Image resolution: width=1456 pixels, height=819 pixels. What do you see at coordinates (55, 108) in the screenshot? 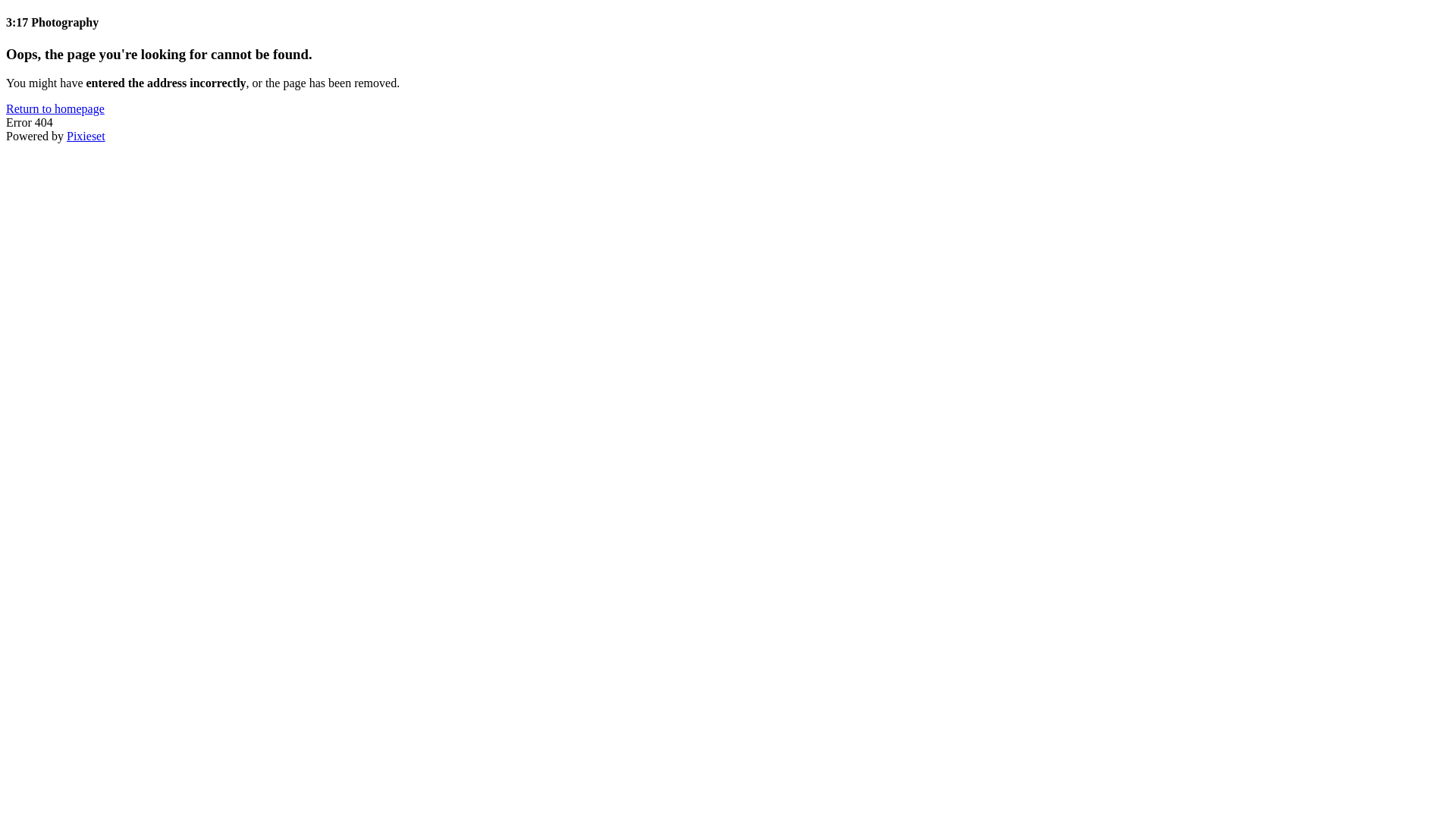
I see `'Return to homepage'` at bounding box center [55, 108].